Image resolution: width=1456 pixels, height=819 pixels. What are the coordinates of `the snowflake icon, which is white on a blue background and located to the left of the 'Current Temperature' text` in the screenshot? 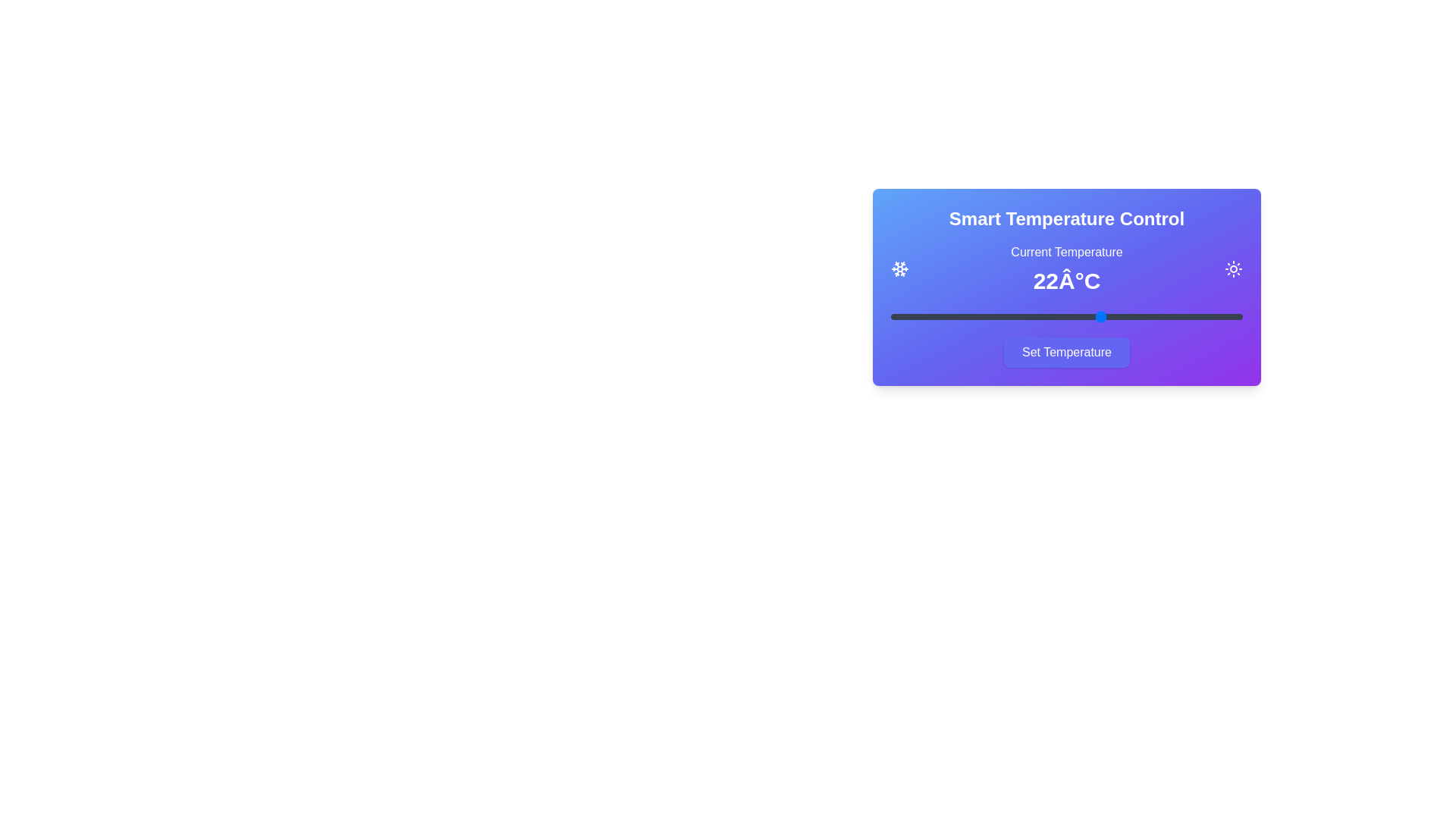 It's located at (899, 268).